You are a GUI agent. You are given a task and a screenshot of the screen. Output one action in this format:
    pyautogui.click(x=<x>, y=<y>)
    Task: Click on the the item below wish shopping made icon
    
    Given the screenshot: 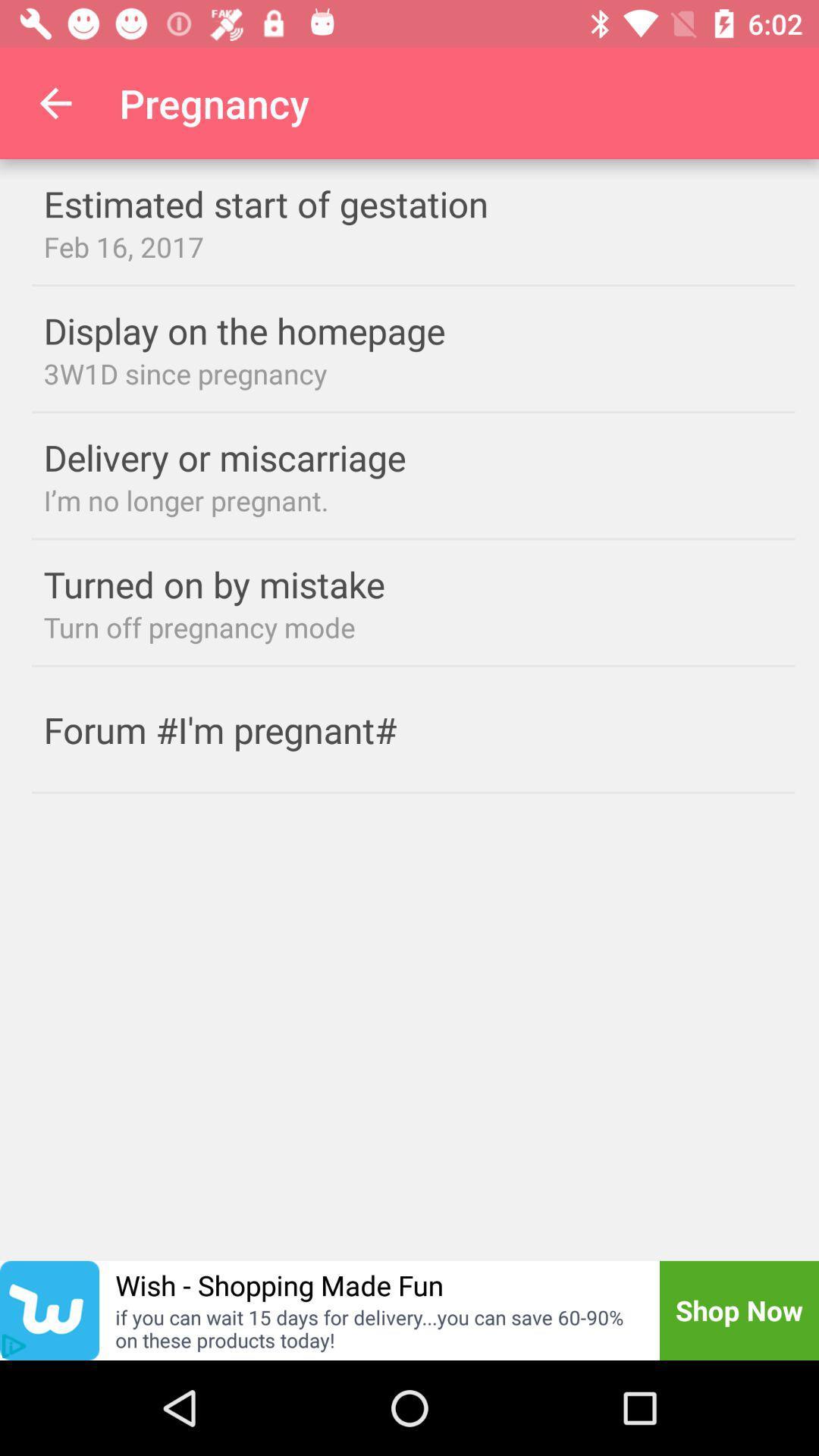 What is the action you would take?
    pyautogui.click(x=376, y=1328)
    